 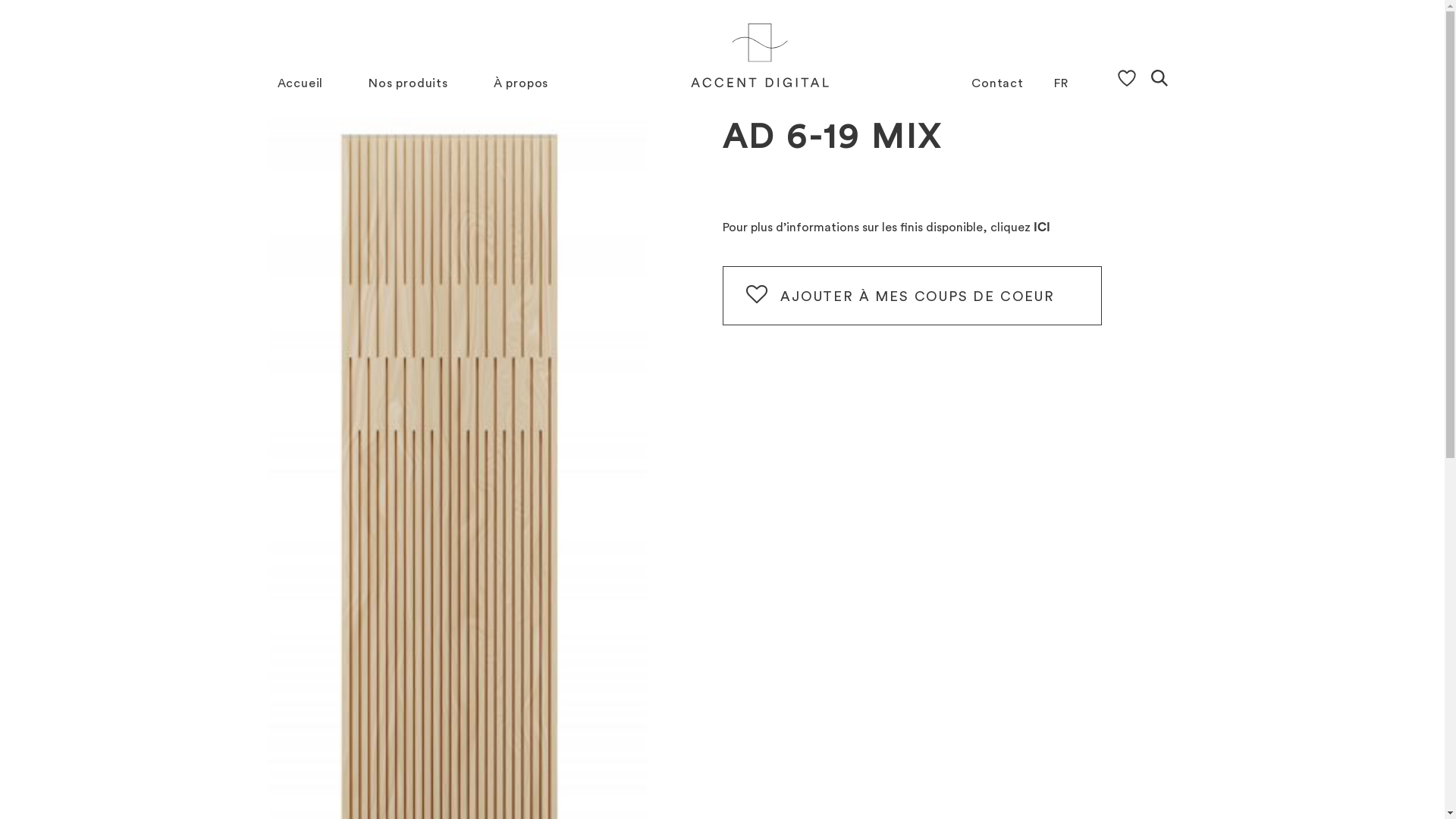 I want to click on 'FR', so click(x=1053, y=83).